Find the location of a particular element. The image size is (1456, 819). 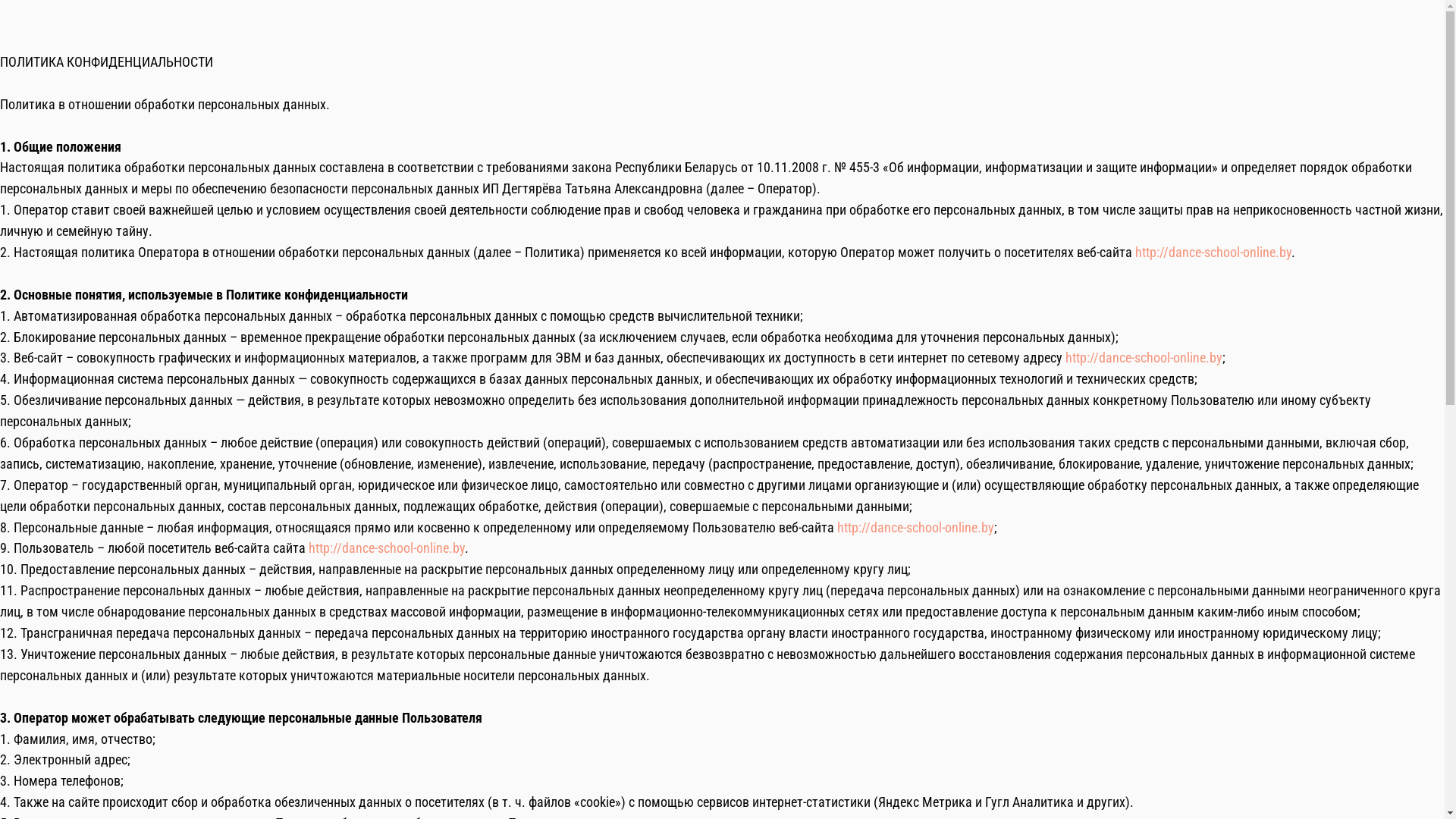

'http://dance-school-online.by' is located at coordinates (836, 526).